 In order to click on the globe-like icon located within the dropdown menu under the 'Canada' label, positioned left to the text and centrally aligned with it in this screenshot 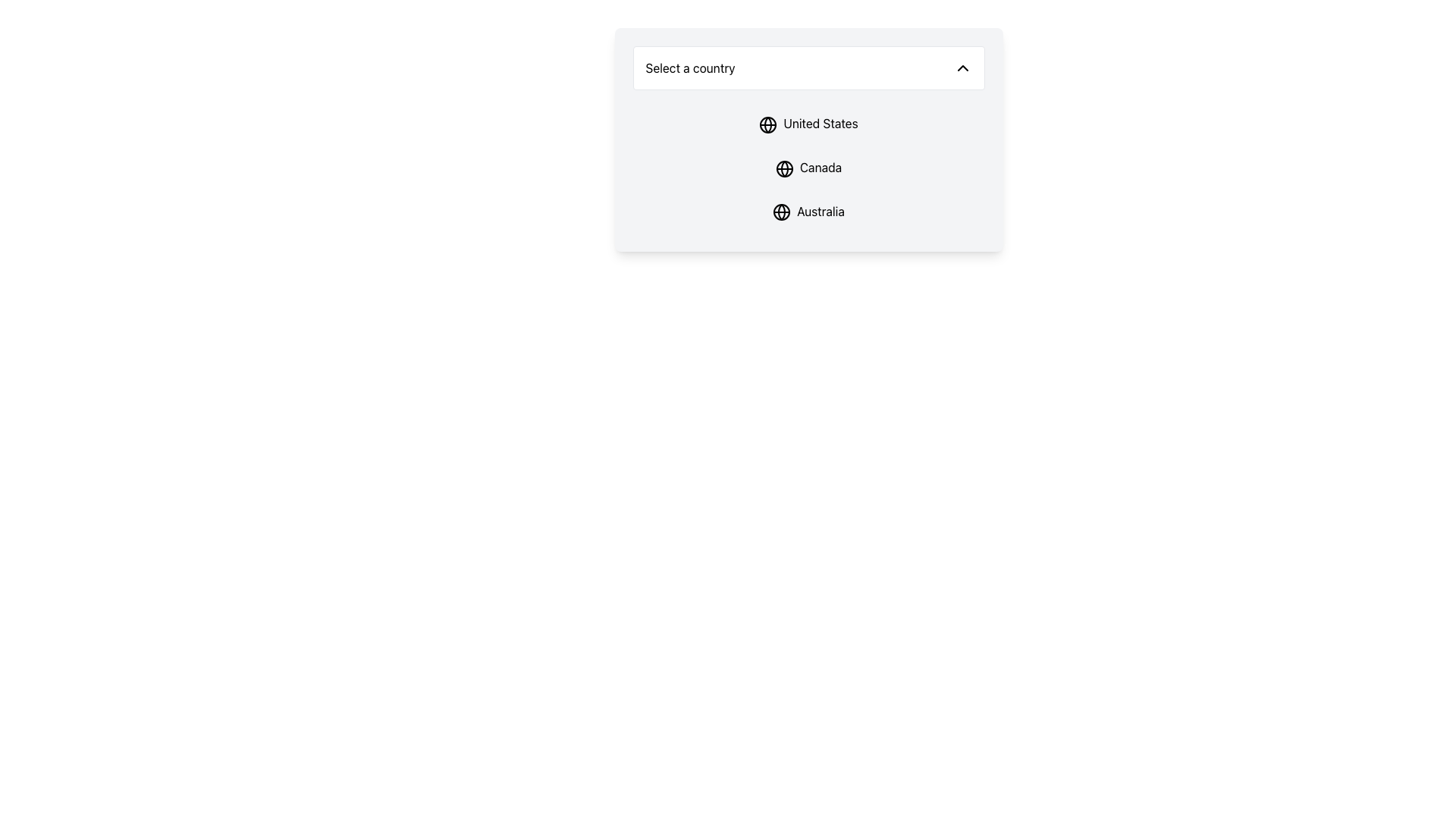, I will do `click(784, 168)`.